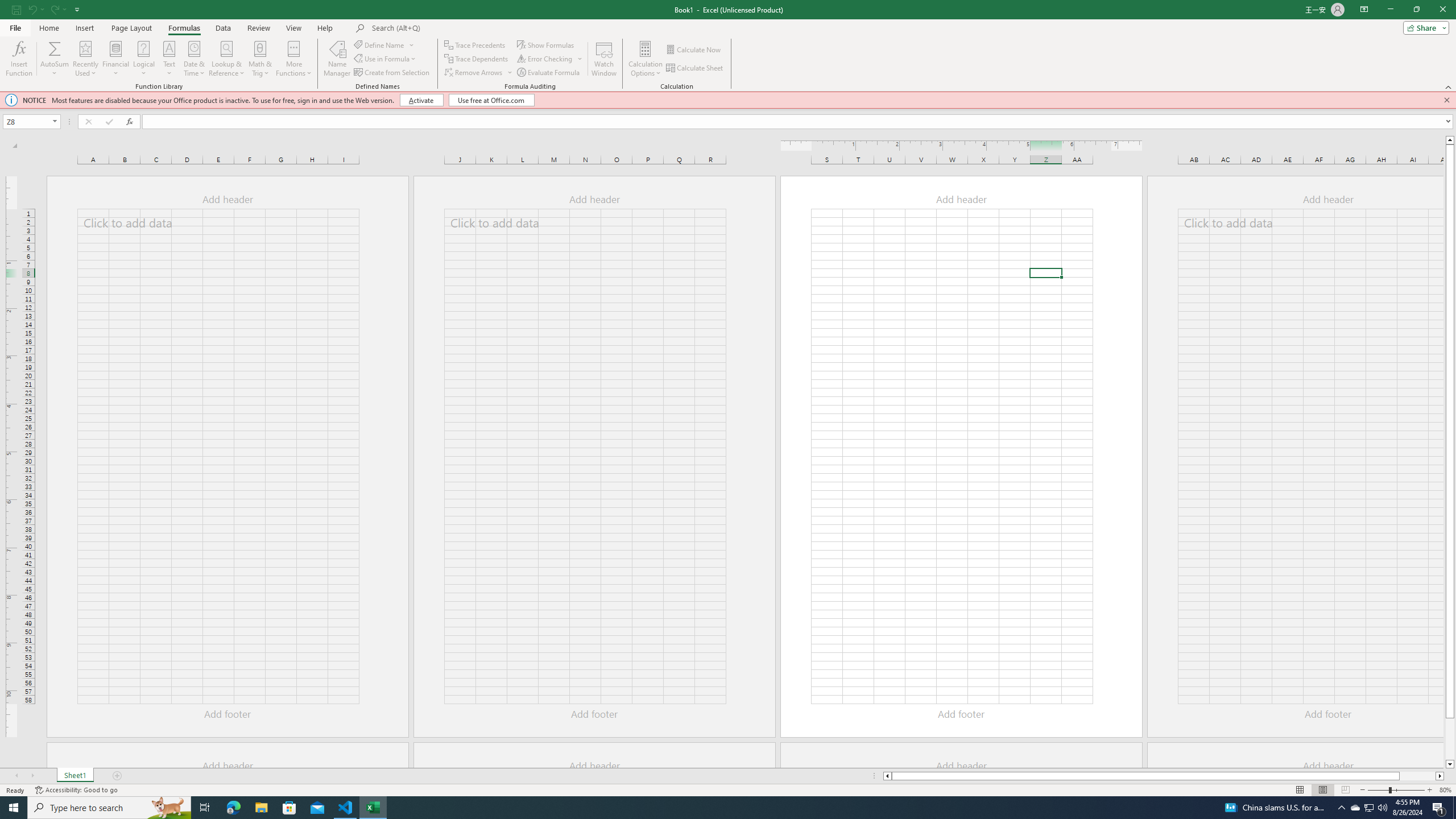 The image size is (1456, 819). I want to click on 'Watch Window', so click(603, 59).